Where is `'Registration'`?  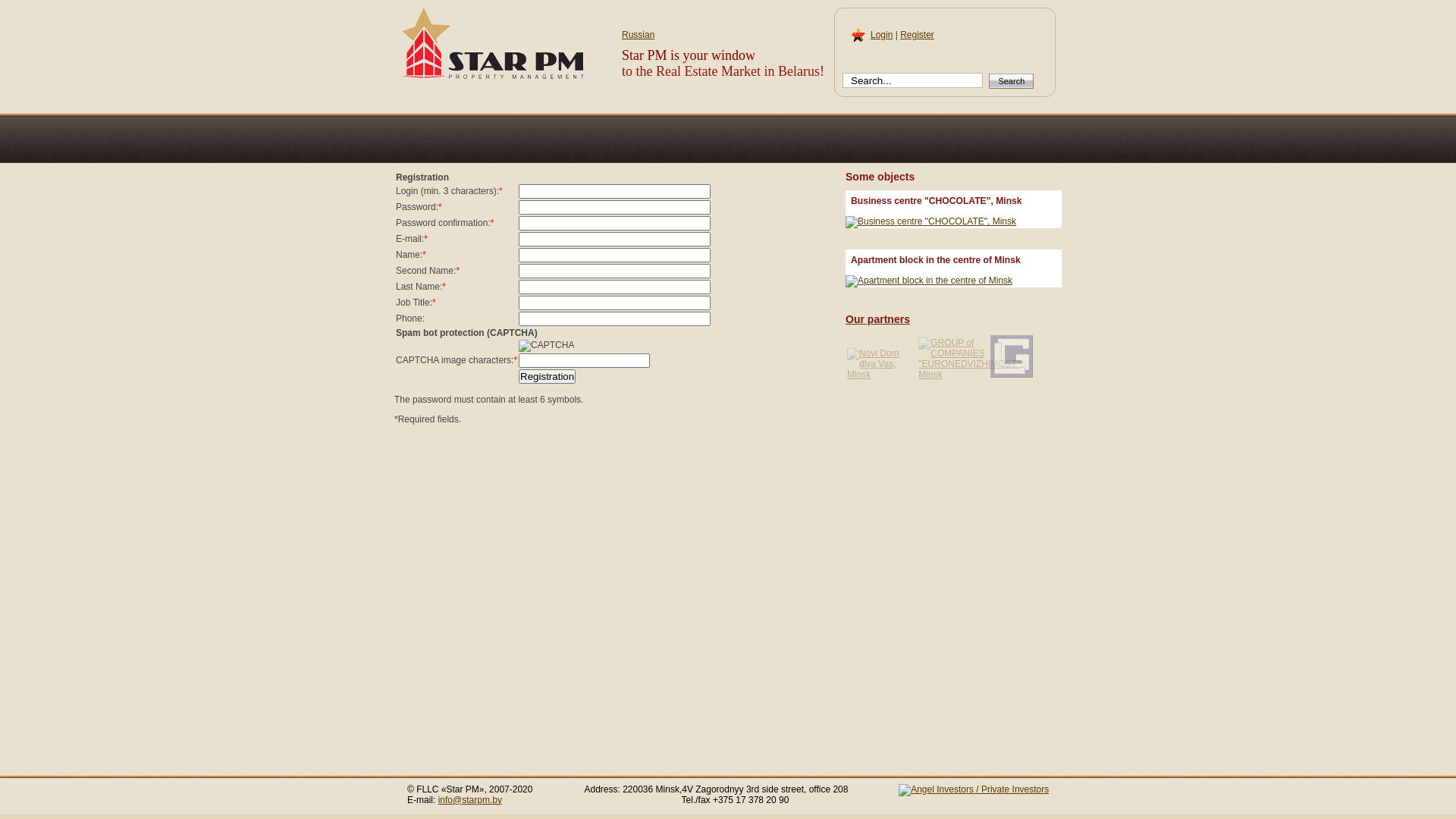
'Registration' is located at coordinates (546, 375).